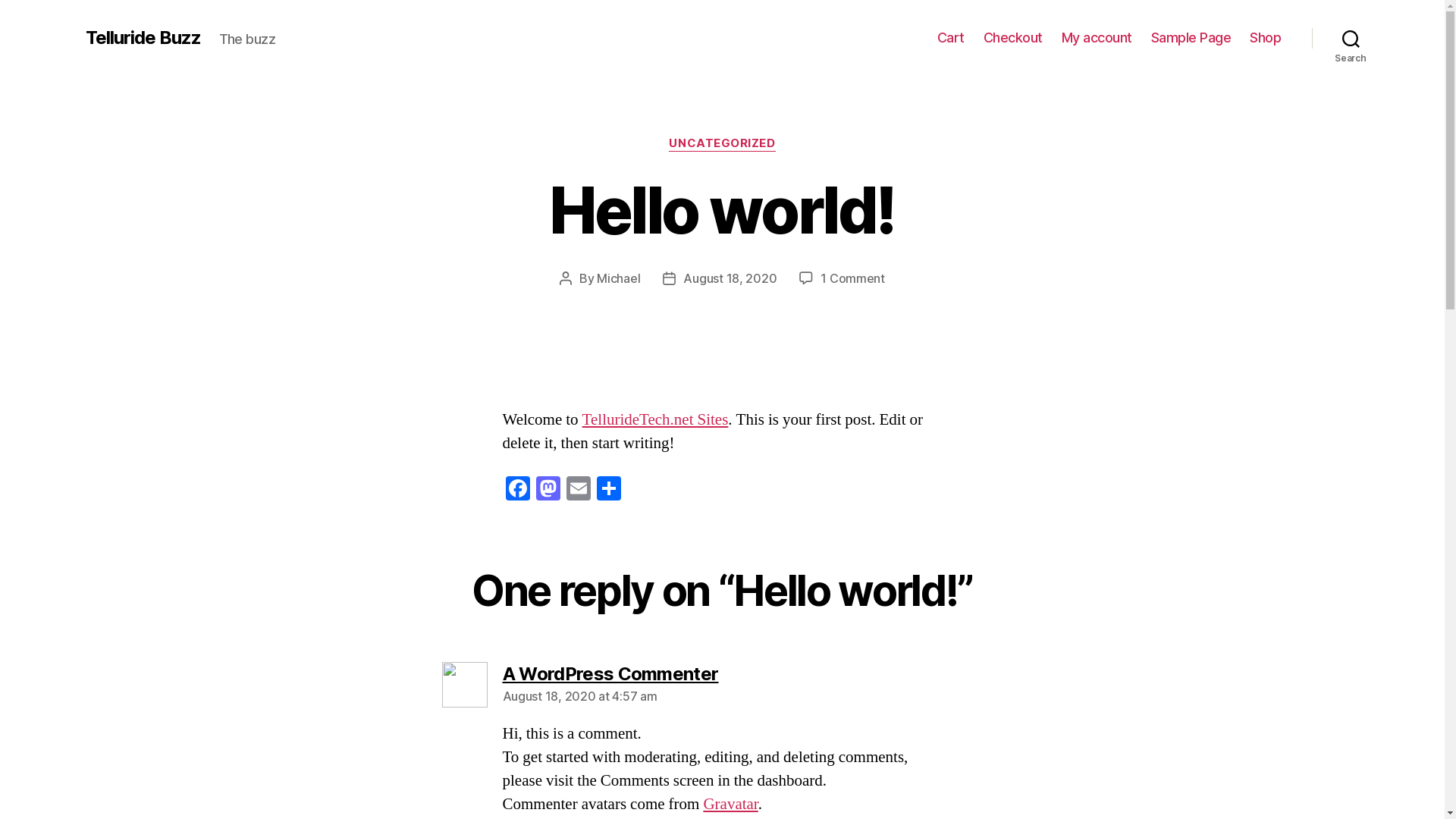 The height and width of the screenshot is (819, 1456). What do you see at coordinates (730, 278) in the screenshot?
I see `'August 18, 2020'` at bounding box center [730, 278].